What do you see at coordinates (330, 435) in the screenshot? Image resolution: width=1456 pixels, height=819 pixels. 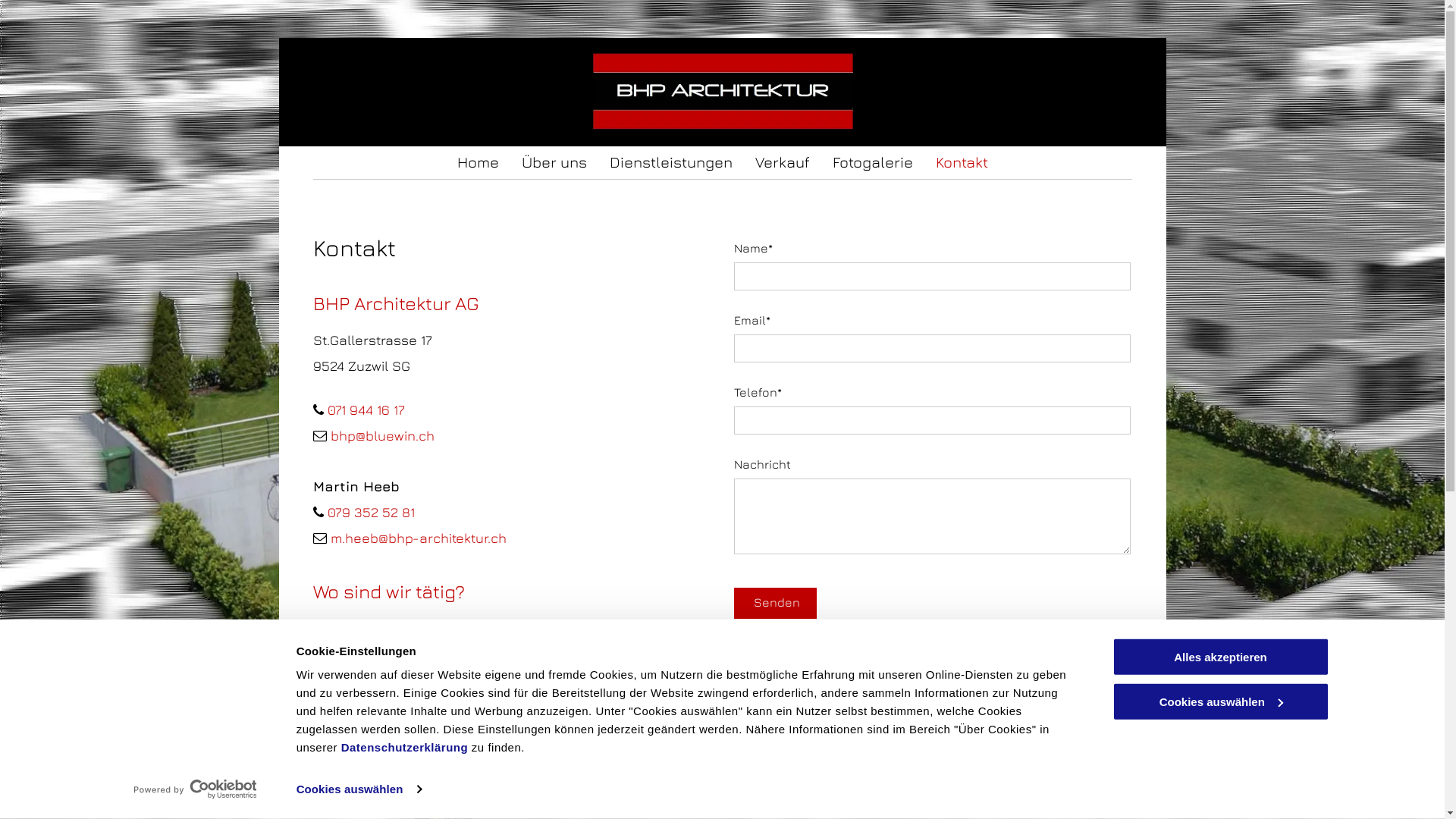 I see `'bhp@bluewin.ch'` at bounding box center [330, 435].